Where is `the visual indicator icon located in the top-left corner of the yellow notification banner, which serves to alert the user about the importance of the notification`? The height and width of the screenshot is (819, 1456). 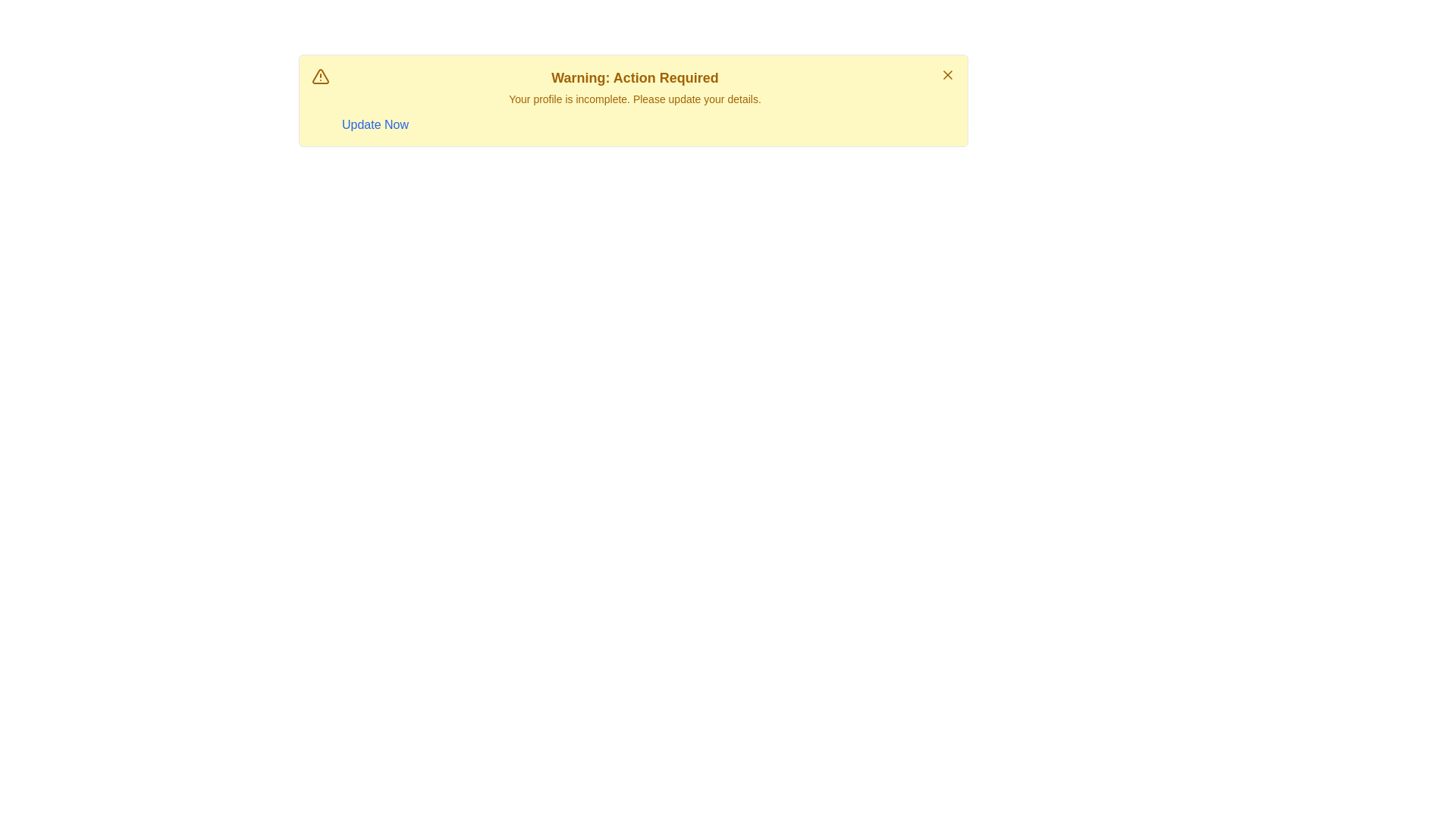 the visual indicator icon located in the top-left corner of the yellow notification banner, which serves to alert the user about the importance of the notification is located at coordinates (319, 76).